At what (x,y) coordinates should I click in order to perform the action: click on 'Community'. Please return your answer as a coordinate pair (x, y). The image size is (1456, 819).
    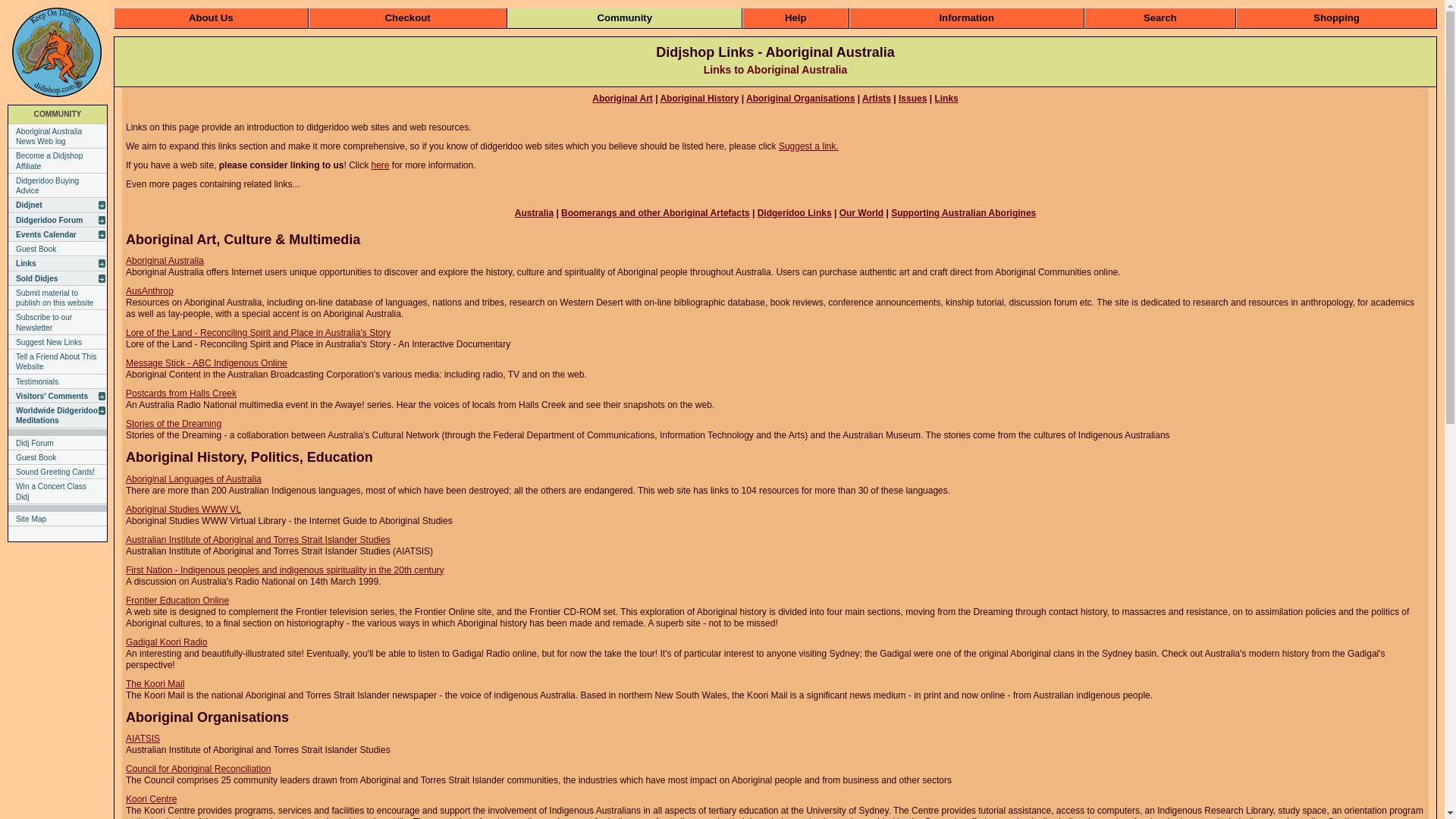
    Looking at the image, I should click on (625, 17).